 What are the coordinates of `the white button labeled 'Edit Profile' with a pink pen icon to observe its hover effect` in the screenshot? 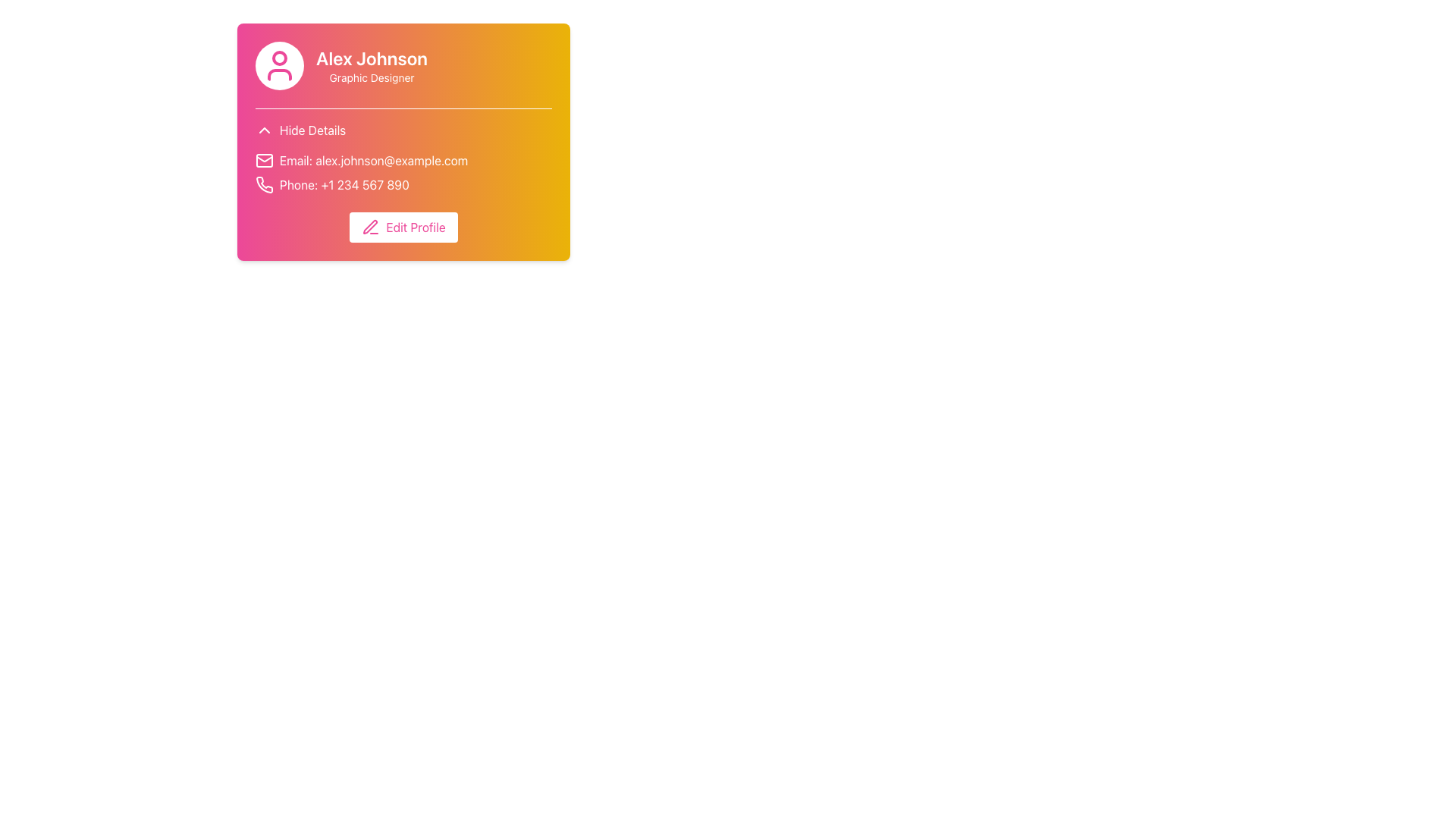 It's located at (403, 227).